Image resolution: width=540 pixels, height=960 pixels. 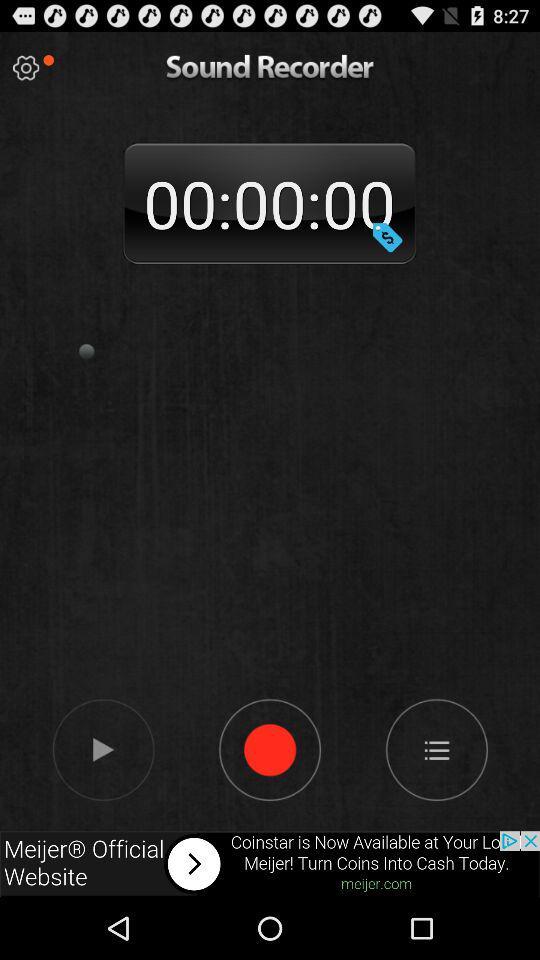 What do you see at coordinates (103, 748) in the screenshot?
I see `the recording` at bounding box center [103, 748].